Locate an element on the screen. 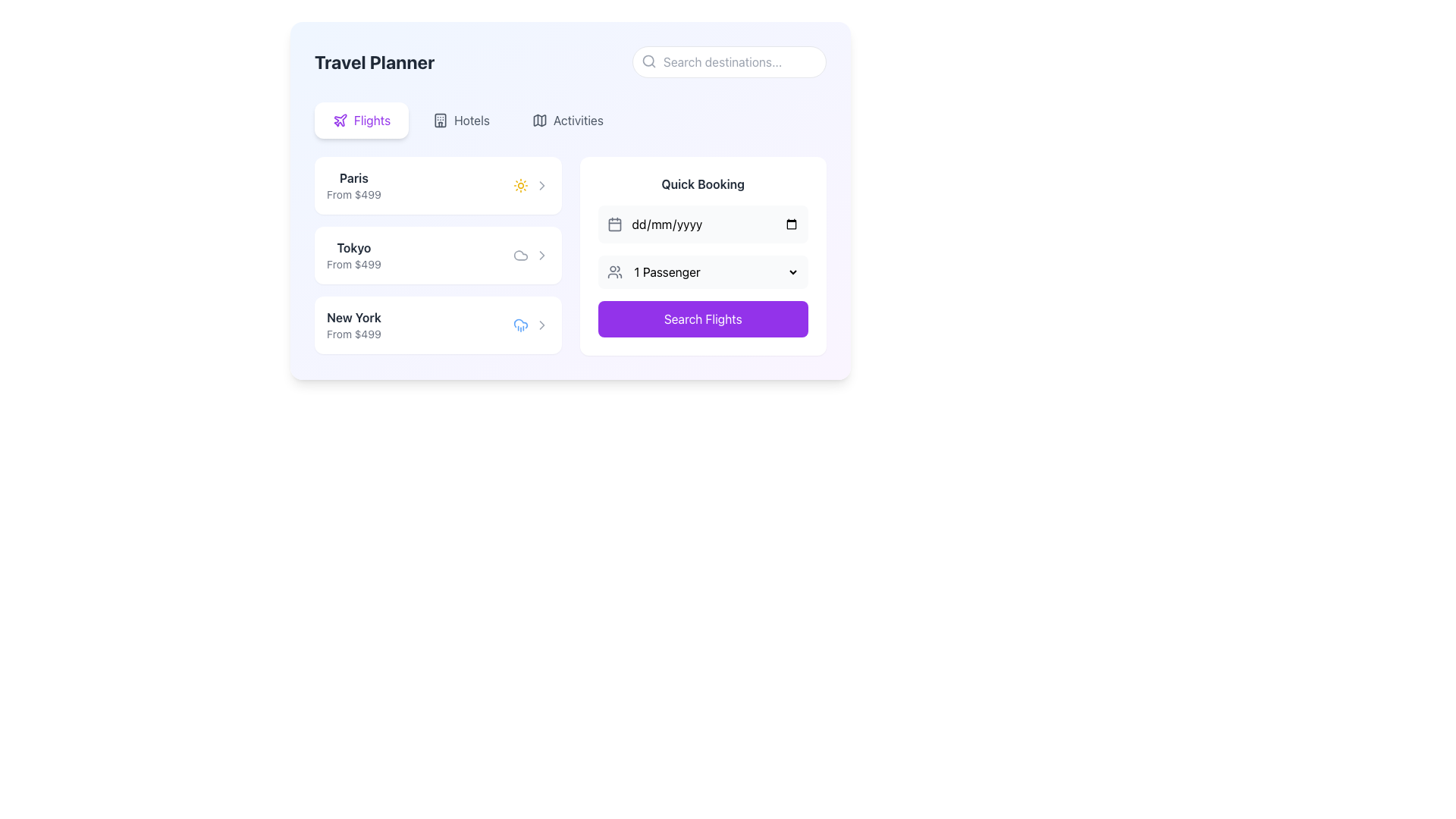 The image size is (1456, 819). the 'Activities' button, which is the third and rightmost item in a horizontal group of options, displaying a map icon with a gray color scheme in a rounded rectangular design is located at coordinates (566, 119).